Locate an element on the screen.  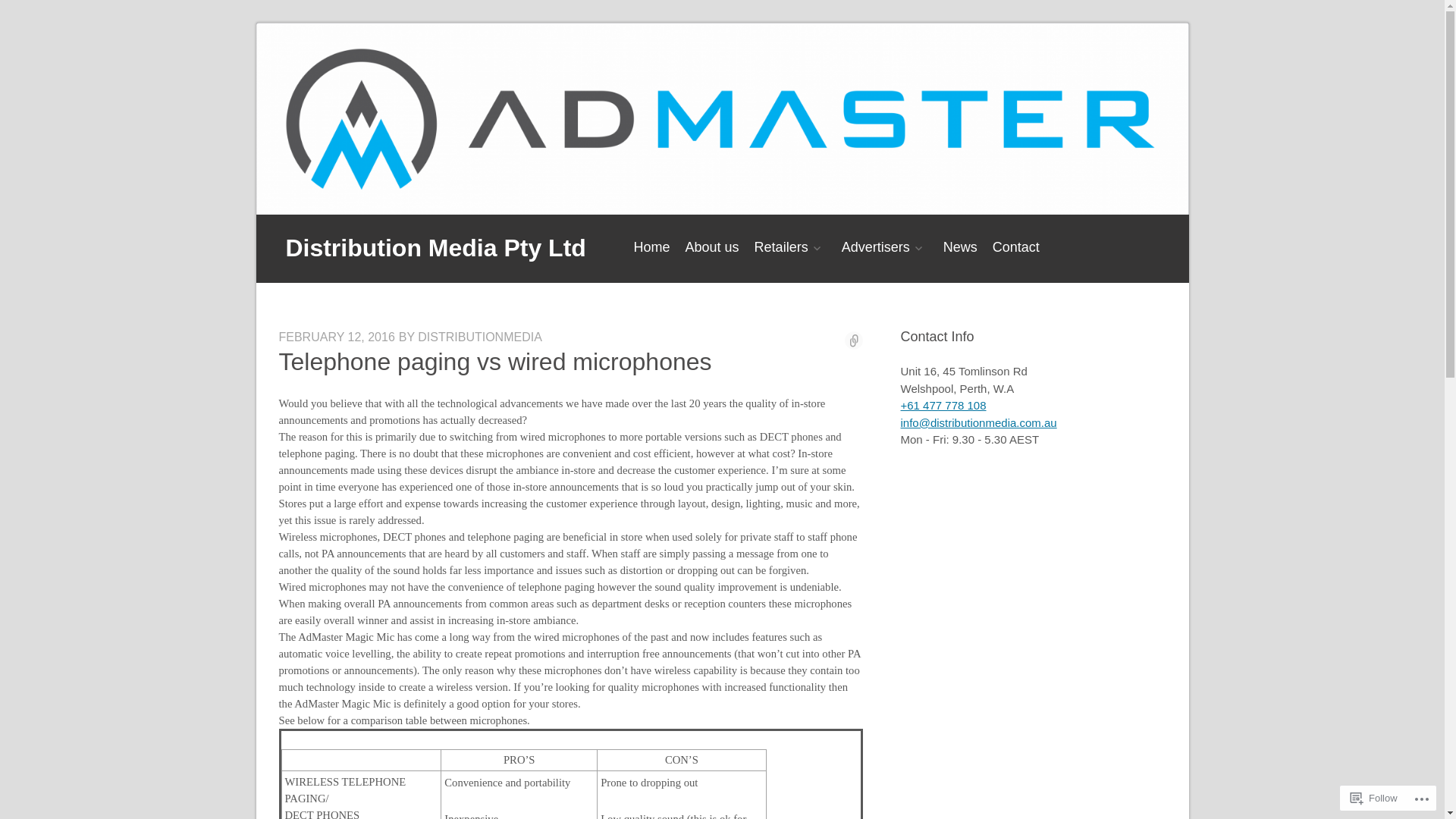
'Advertisers' is located at coordinates (884, 246).